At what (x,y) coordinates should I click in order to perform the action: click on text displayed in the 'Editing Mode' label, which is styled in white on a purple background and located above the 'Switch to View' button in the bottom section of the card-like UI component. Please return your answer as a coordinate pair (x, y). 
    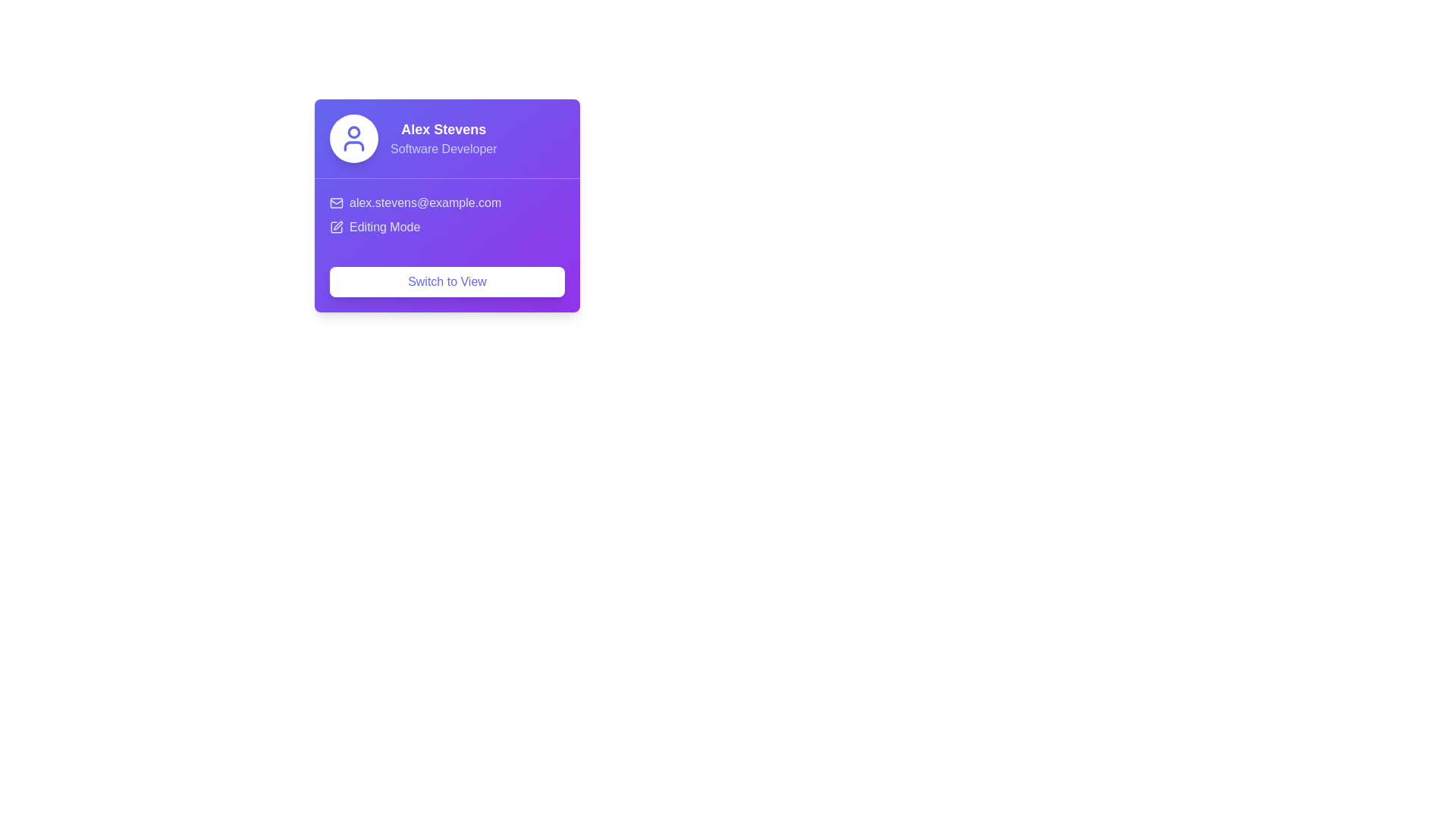
    Looking at the image, I should click on (384, 227).